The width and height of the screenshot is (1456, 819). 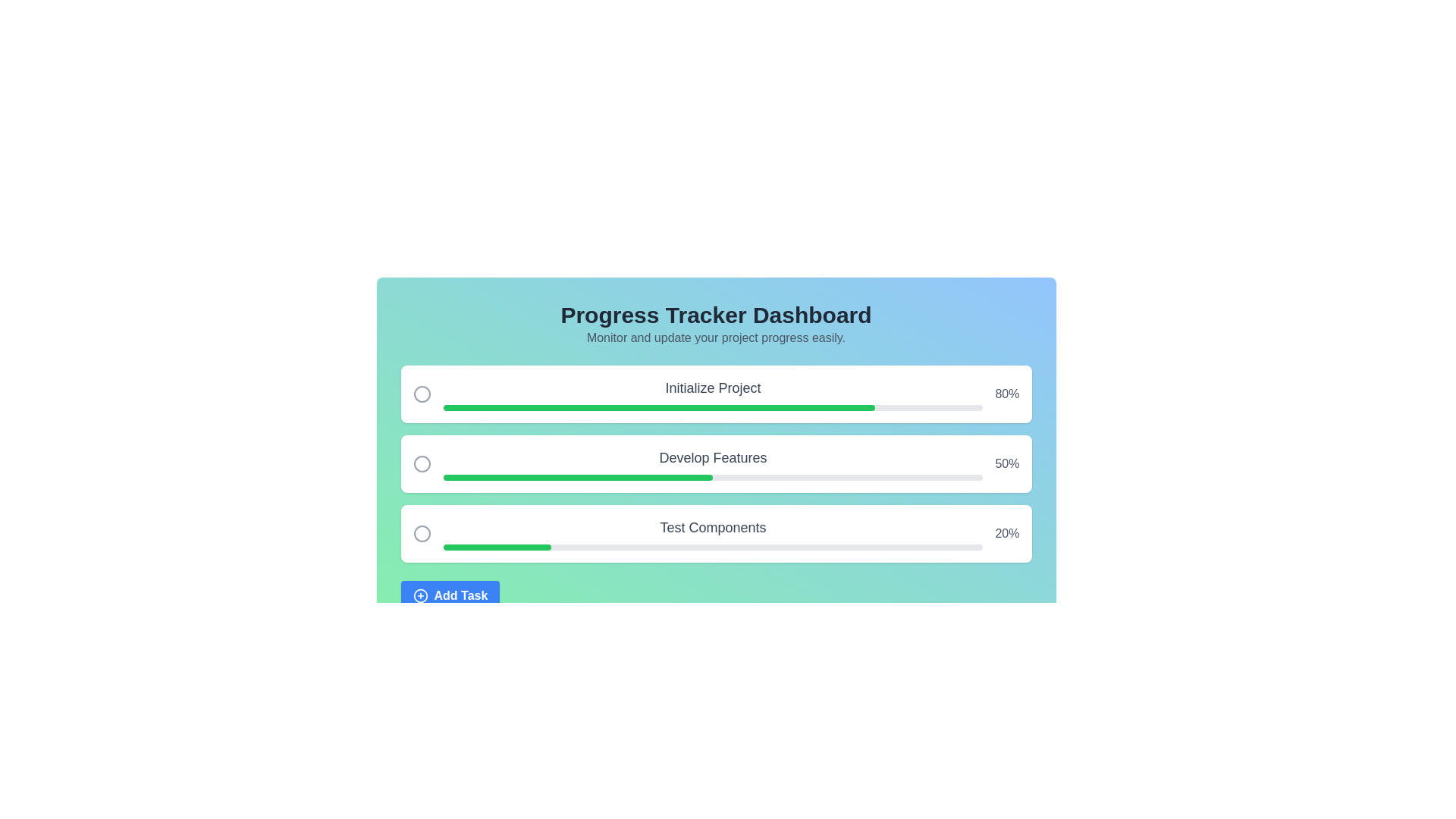 I want to click on the progress bars within the Dashboard overview panel titled 'Progress Tracker Dashboard', so click(x=715, y=455).